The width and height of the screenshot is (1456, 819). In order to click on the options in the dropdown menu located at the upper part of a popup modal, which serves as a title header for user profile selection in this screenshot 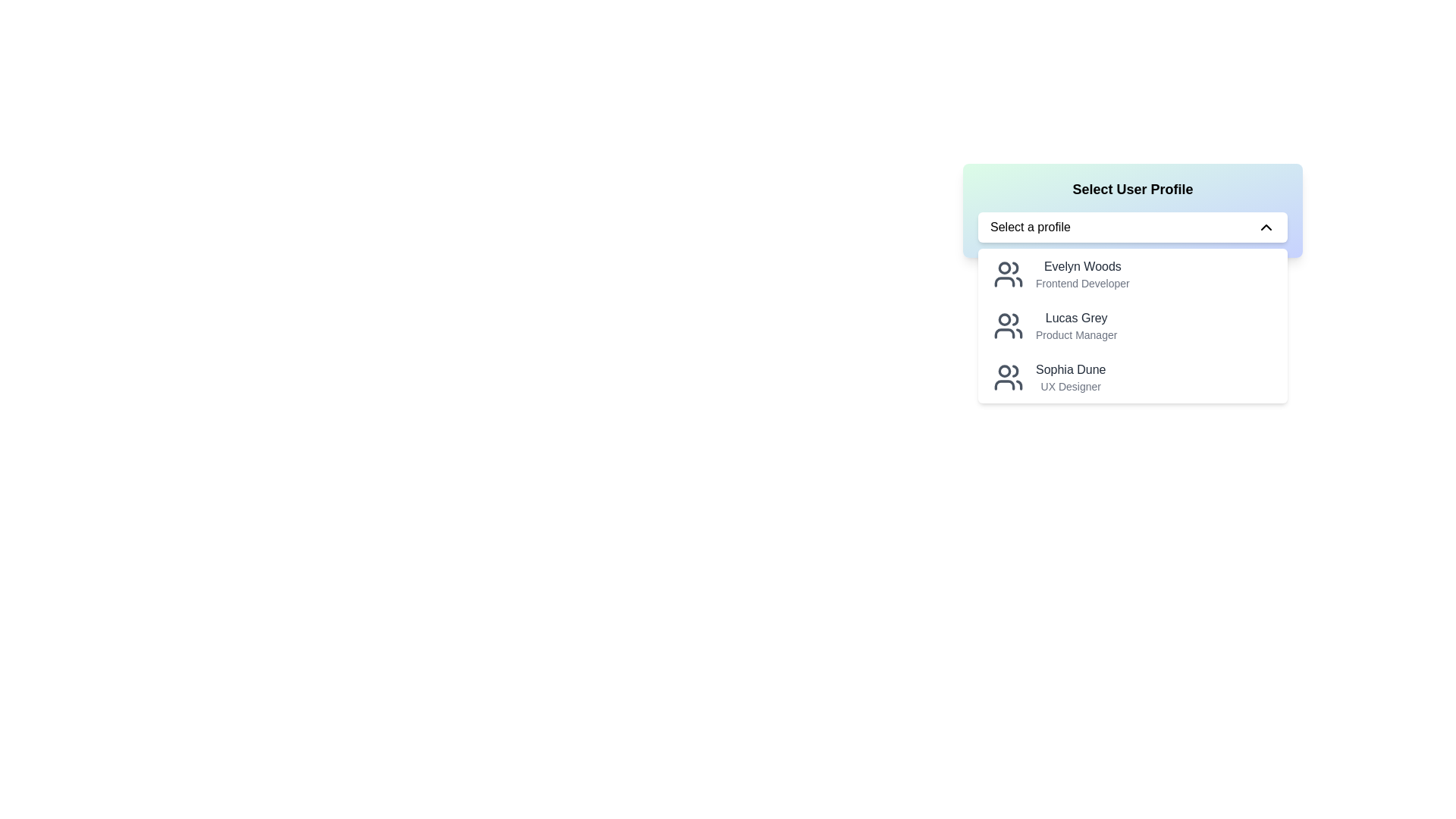, I will do `click(1132, 210)`.